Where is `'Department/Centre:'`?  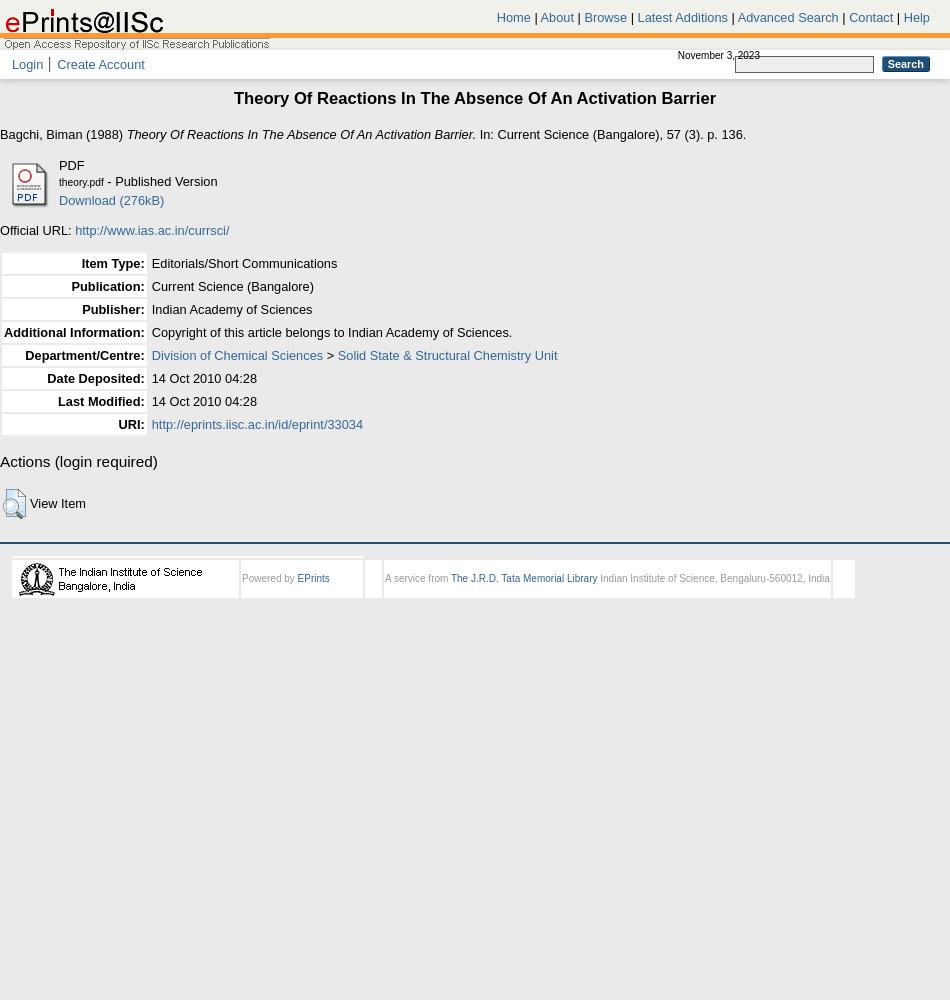 'Department/Centre:' is located at coordinates (24, 354).